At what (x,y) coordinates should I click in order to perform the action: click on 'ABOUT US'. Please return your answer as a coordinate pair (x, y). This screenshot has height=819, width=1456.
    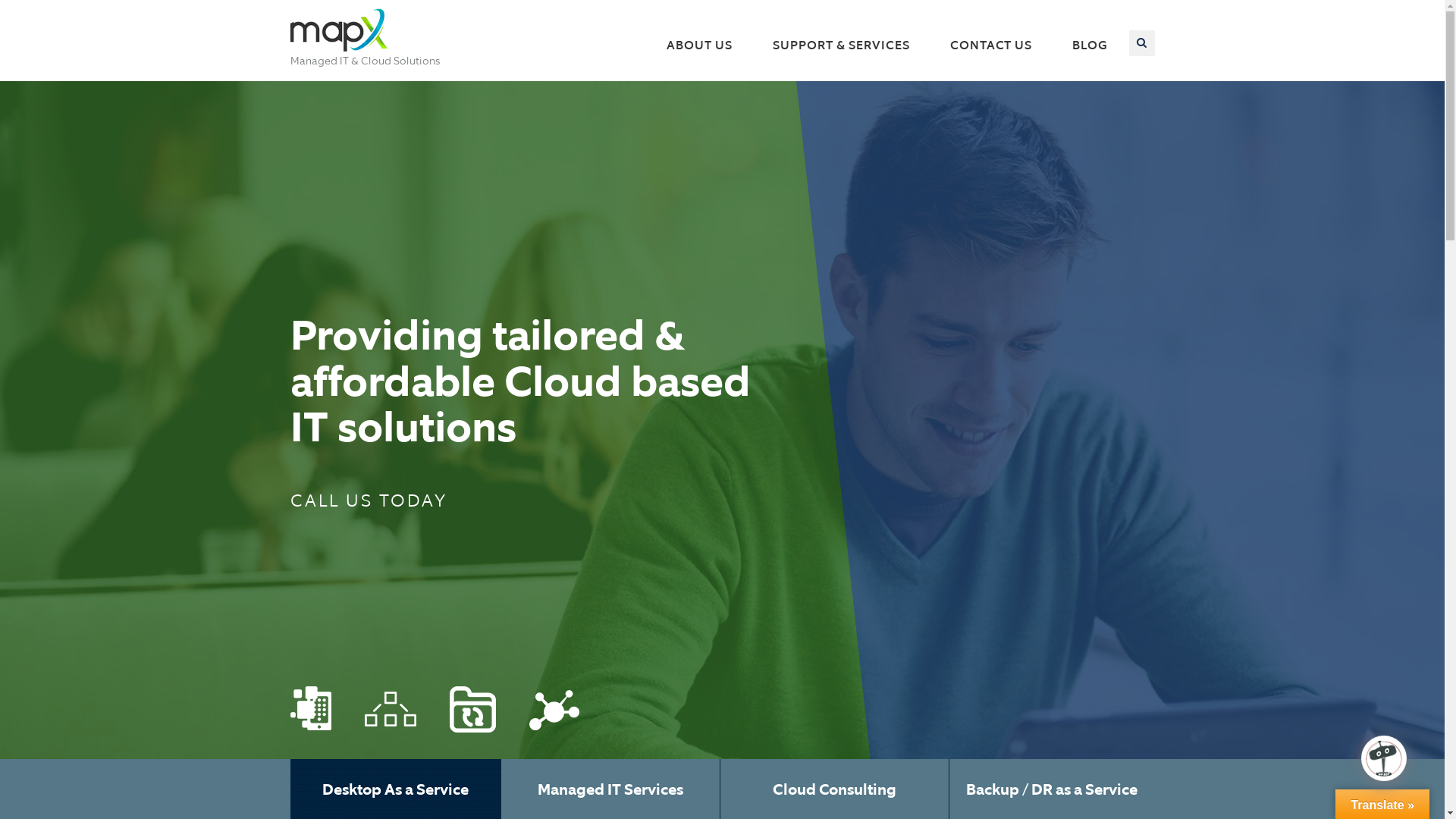
    Looking at the image, I should click on (648, 44).